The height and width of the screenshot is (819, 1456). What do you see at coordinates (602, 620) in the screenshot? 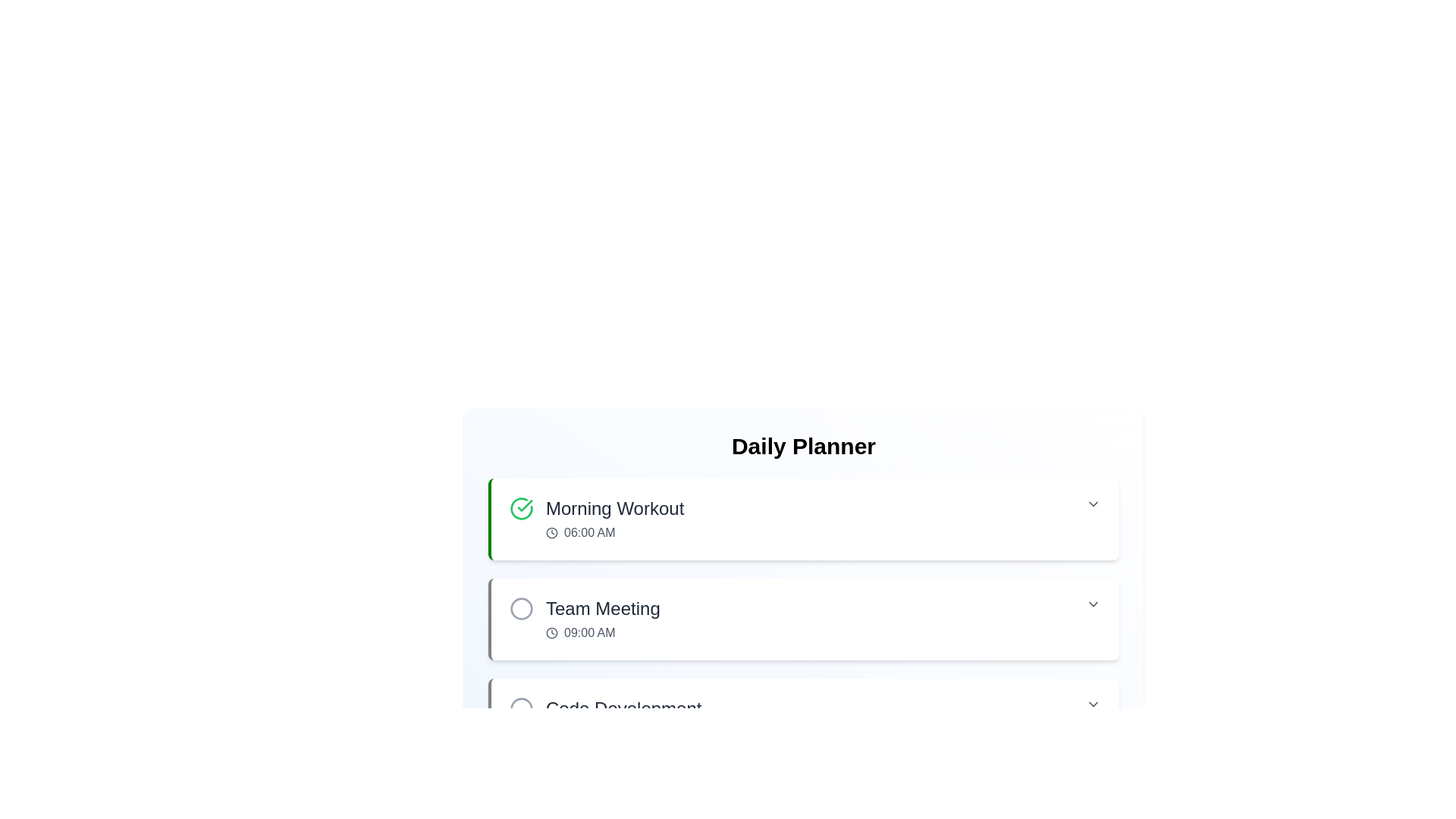
I see `on the 'Team Meeting' text display with the embedded clock icon located in the upper-middle portion of the layout under the heading 'Daily Planner.'` at bounding box center [602, 620].